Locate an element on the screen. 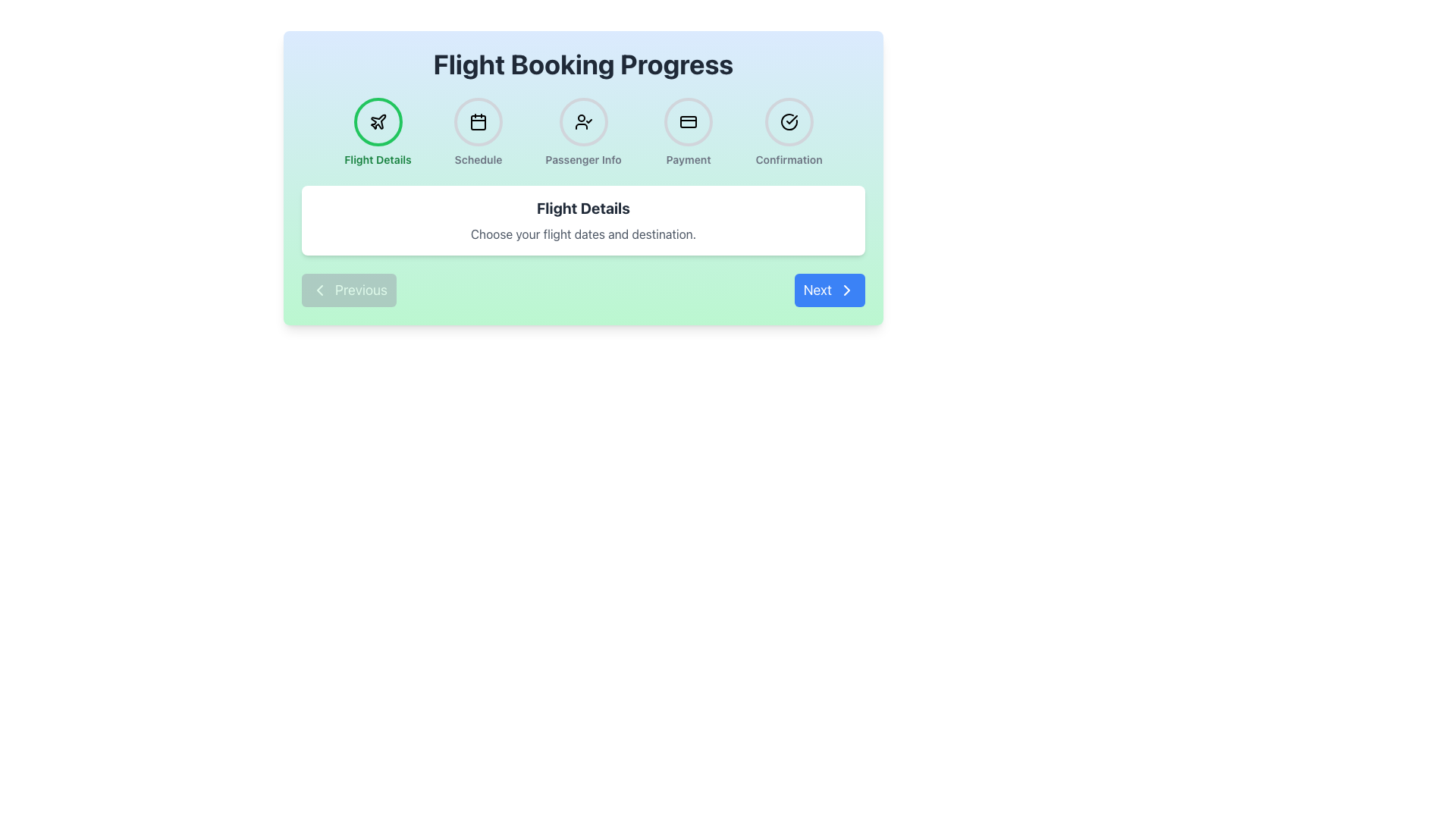 This screenshot has width=1456, height=819. the chevron icon of the 'Previous' button located in the bottom-left corner of the main interface is located at coordinates (319, 290).